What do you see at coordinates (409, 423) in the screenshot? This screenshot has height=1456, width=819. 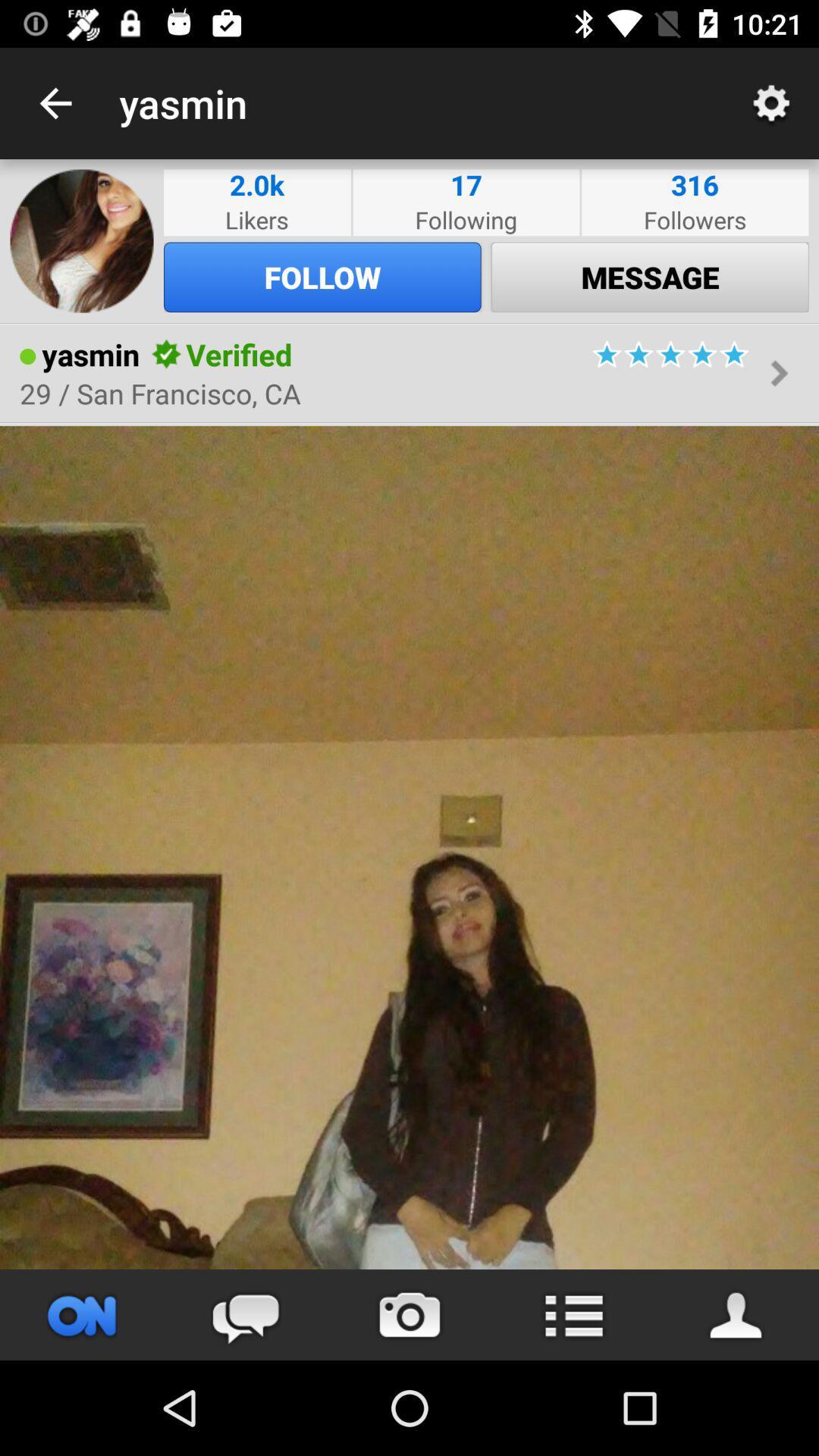 I see `the item below the 29 san francisco` at bounding box center [409, 423].